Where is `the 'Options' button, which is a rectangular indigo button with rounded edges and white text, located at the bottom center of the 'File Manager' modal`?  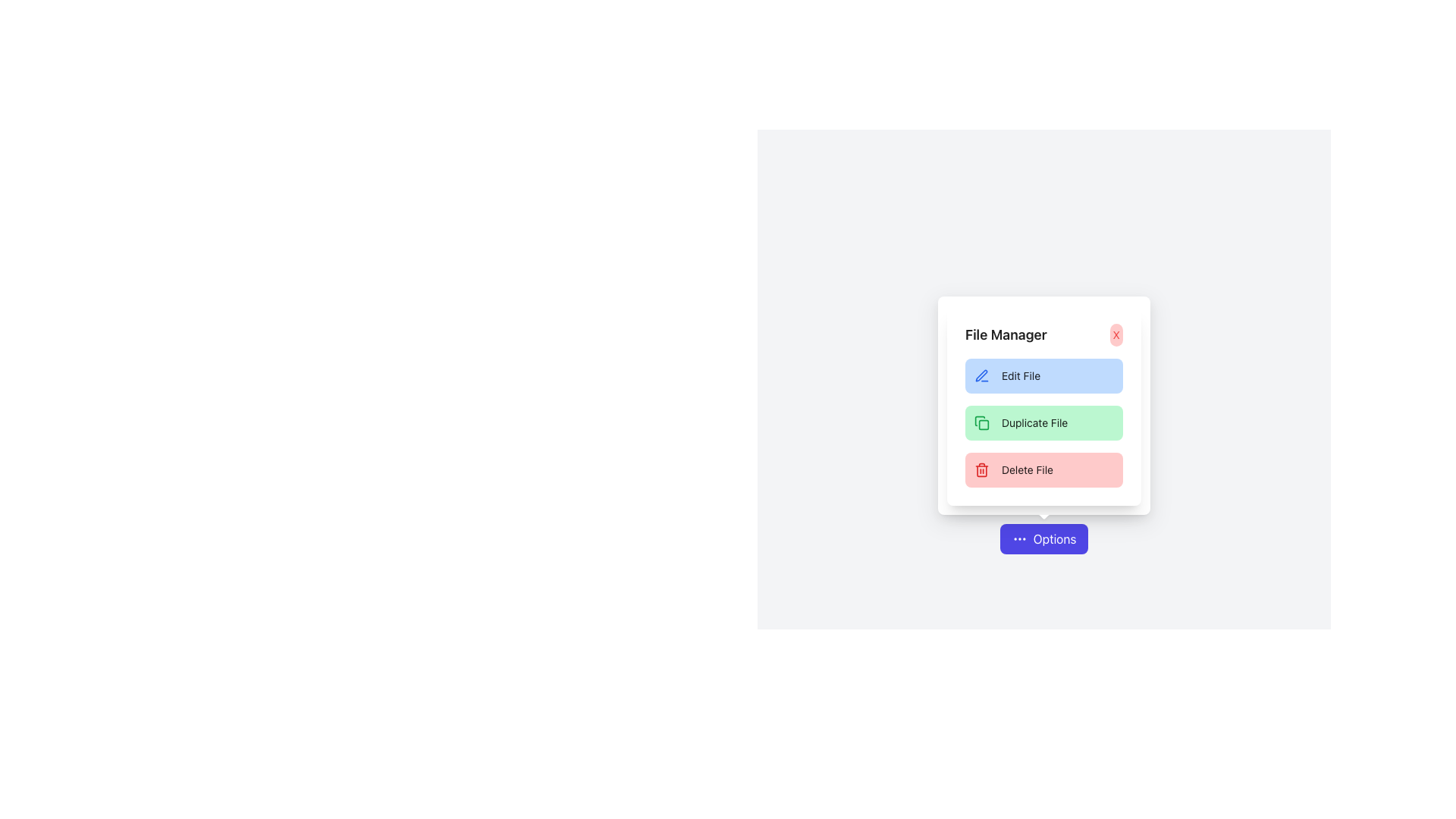 the 'Options' button, which is a rectangular indigo button with rounded edges and white text, located at the bottom center of the 'File Manager' modal is located at coordinates (1043, 538).